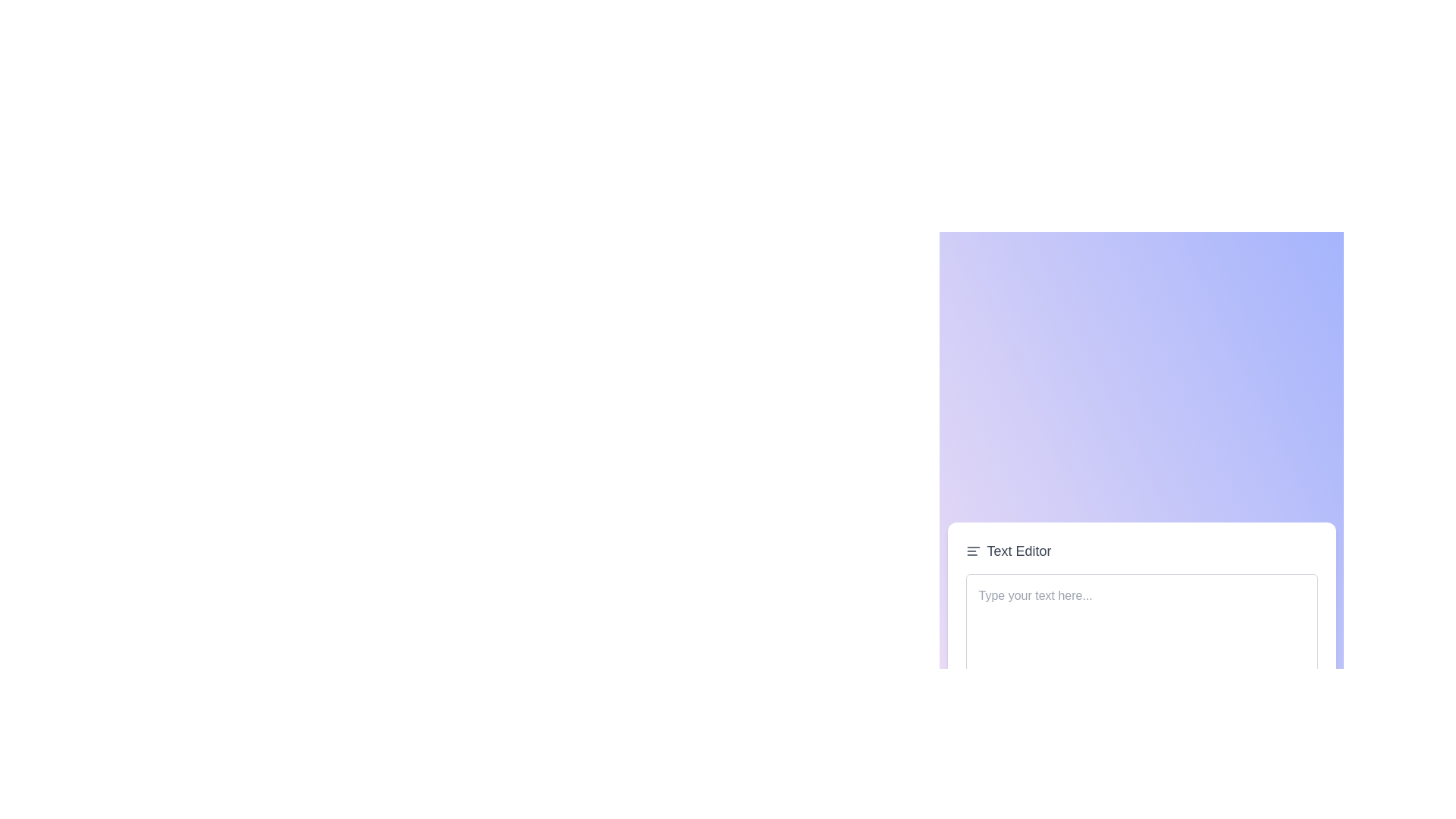  Describe the element at coordinates (973, 551) in the screenshot. I see `the graphical icon resembling three horizontal lines, located at the top-left corner of the 'Text Editor' header, which serves as a visual indicator for the section` at that location.